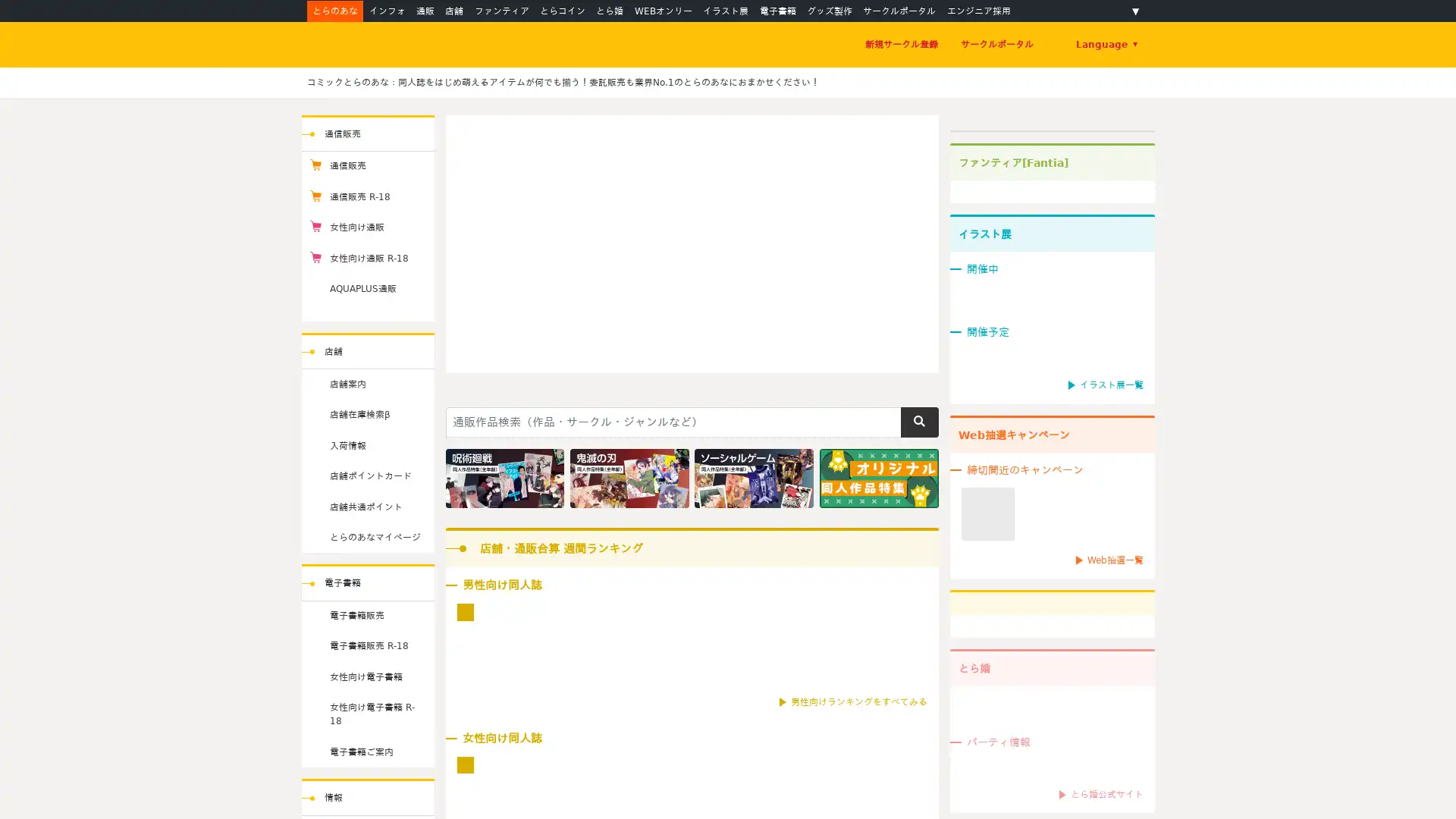 Image resolution: width=1456 pixels, height=819 pixels. What do you see at coordinates (469, 237) in the screenshot?
I see `Previous` at bounding box center [469, 237].